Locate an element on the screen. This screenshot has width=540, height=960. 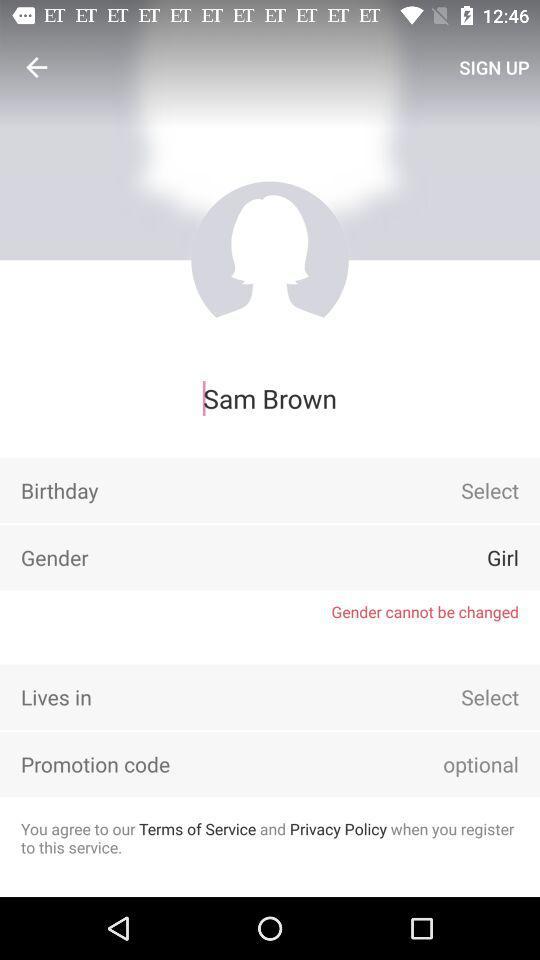
move cursor to box is located at coordinates (453, 763).